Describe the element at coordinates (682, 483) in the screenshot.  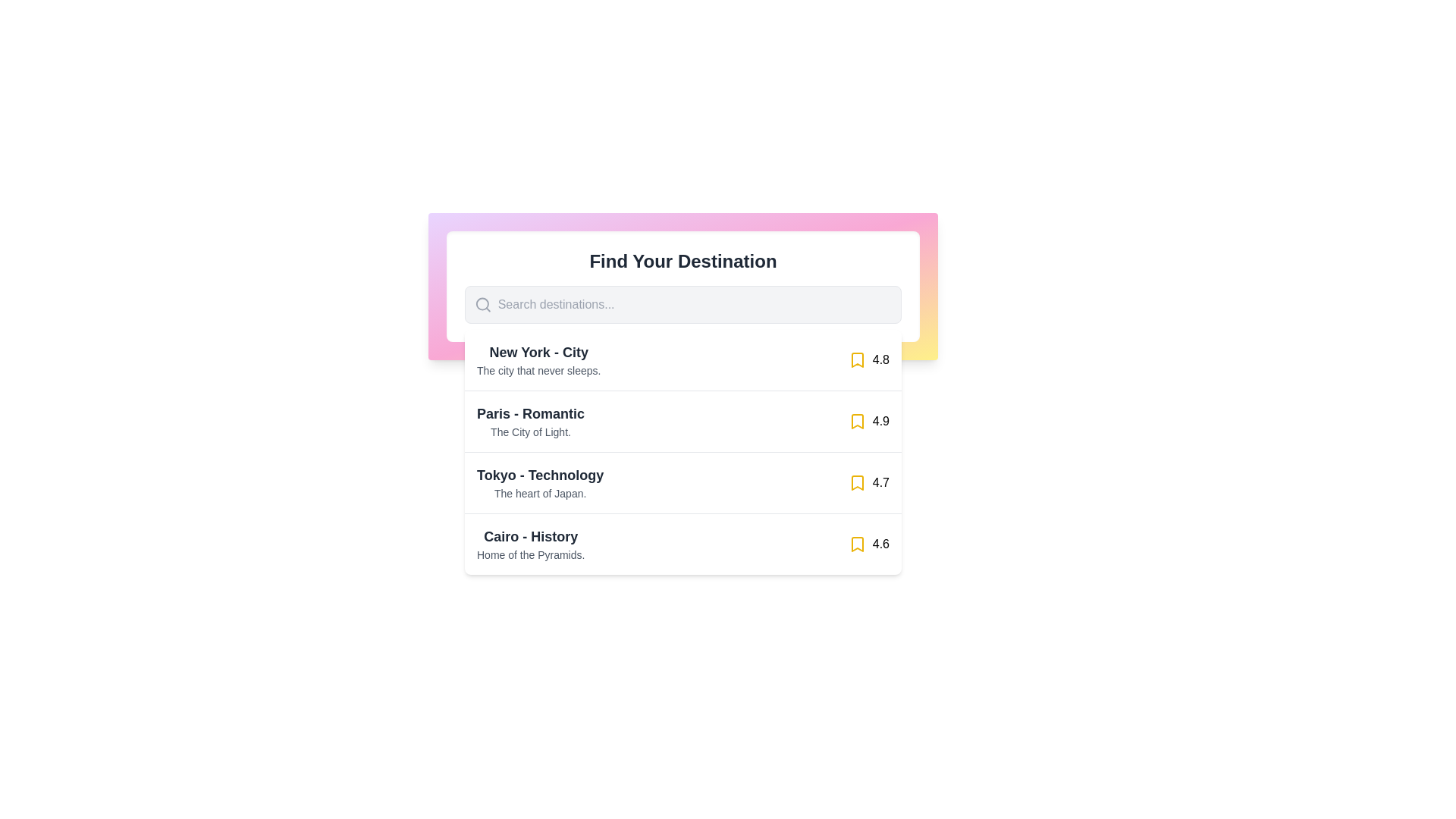
I see `the third list item displaying the name, description, and rating for a location entry` at that location.